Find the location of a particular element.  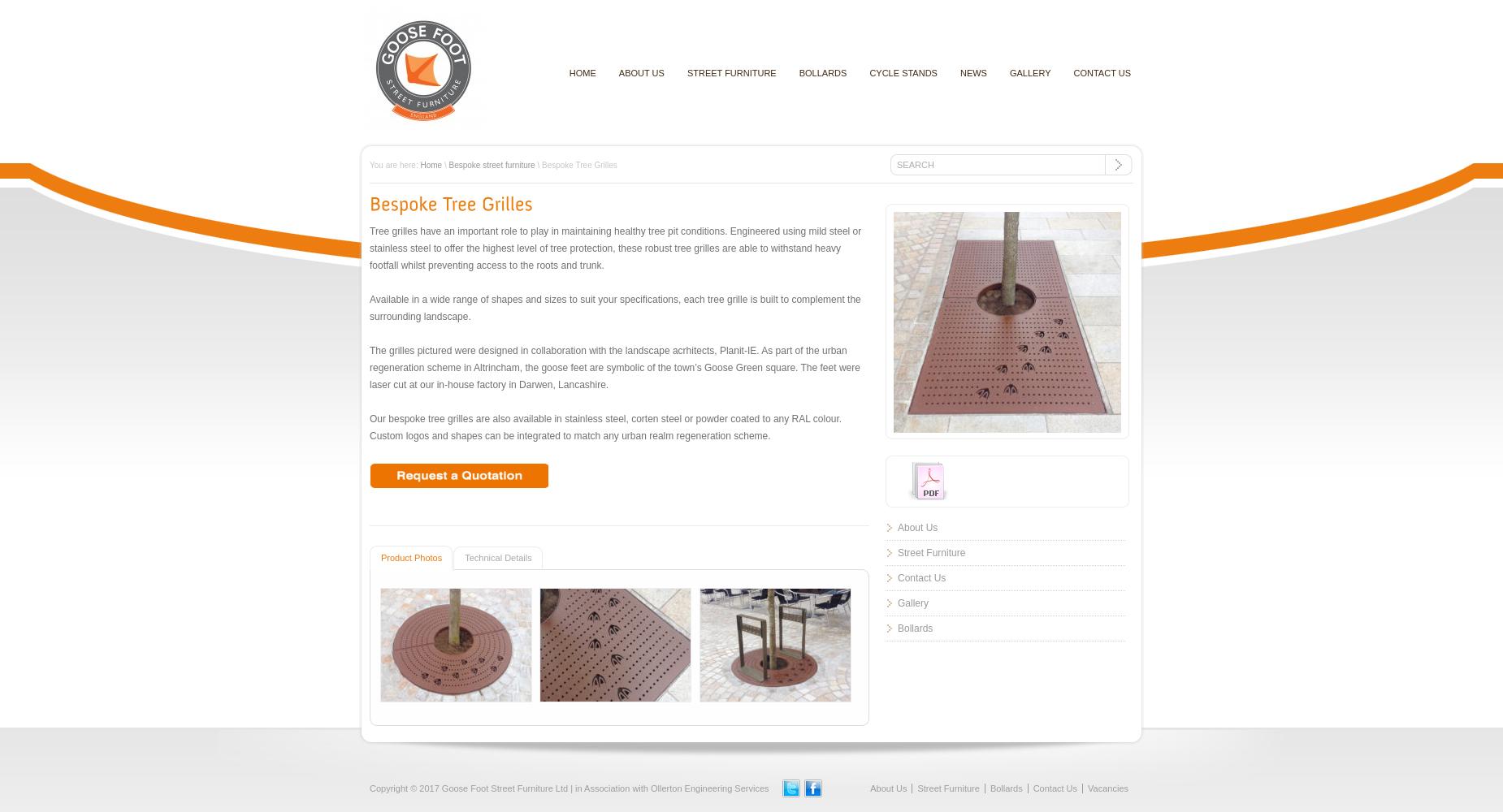

'\ Bespoke Tree Grilles' is located at coordinates (575, 164).